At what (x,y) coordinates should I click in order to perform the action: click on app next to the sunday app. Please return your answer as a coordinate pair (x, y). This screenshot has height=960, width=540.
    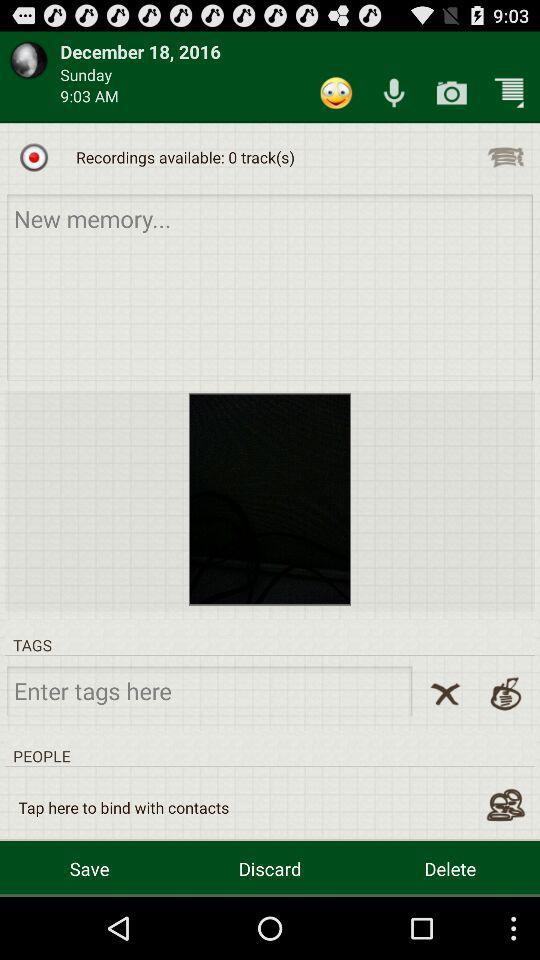
    Looking at the image, I should click on (336, 93).